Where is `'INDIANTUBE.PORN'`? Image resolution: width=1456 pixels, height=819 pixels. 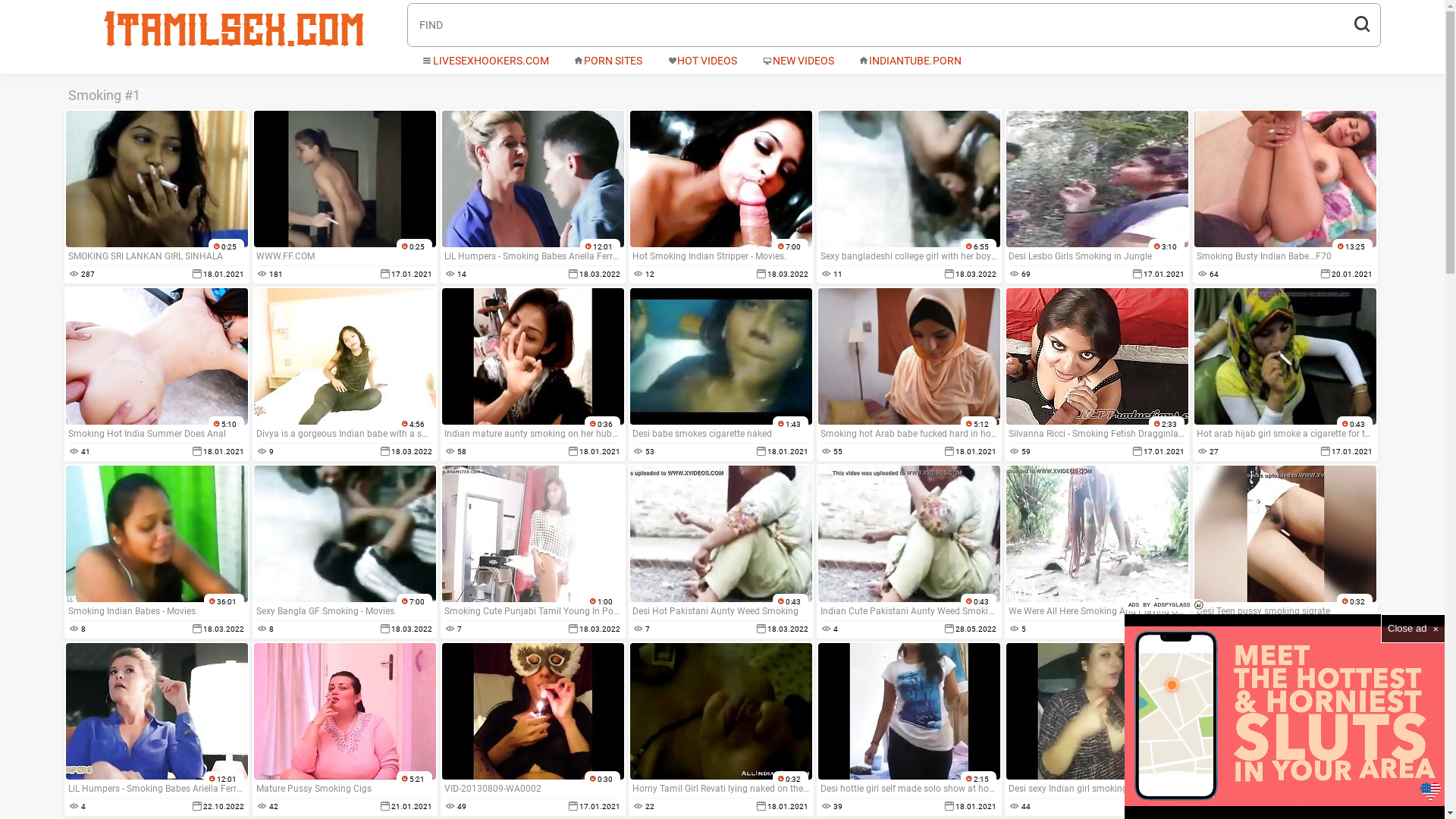 'INDIANTUBE.PORN' is located at coordinates (910, 61).